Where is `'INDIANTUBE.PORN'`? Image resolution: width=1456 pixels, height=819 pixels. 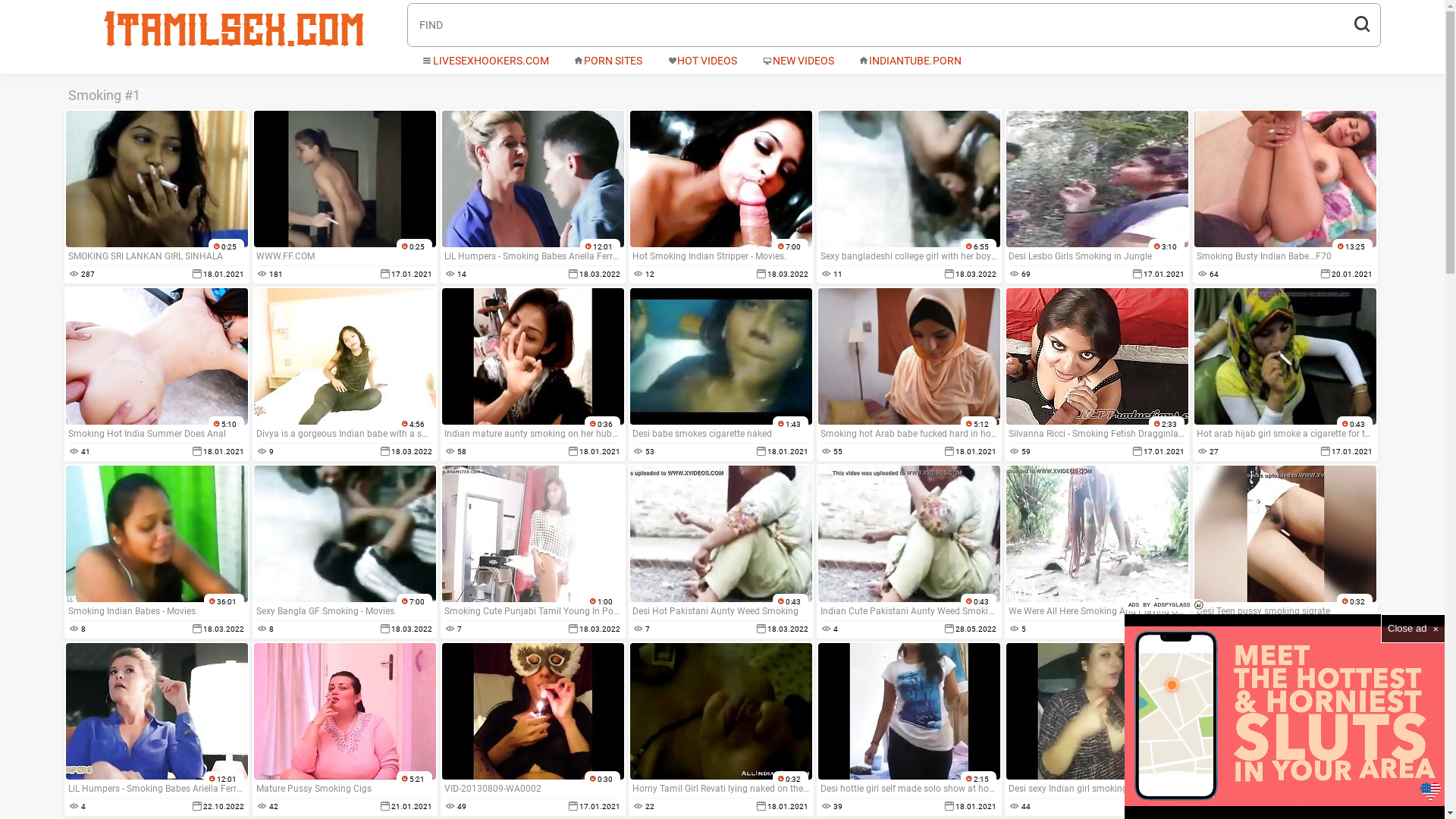 'INDIANTUBE.PORN' is located at coordinates (910, 61).